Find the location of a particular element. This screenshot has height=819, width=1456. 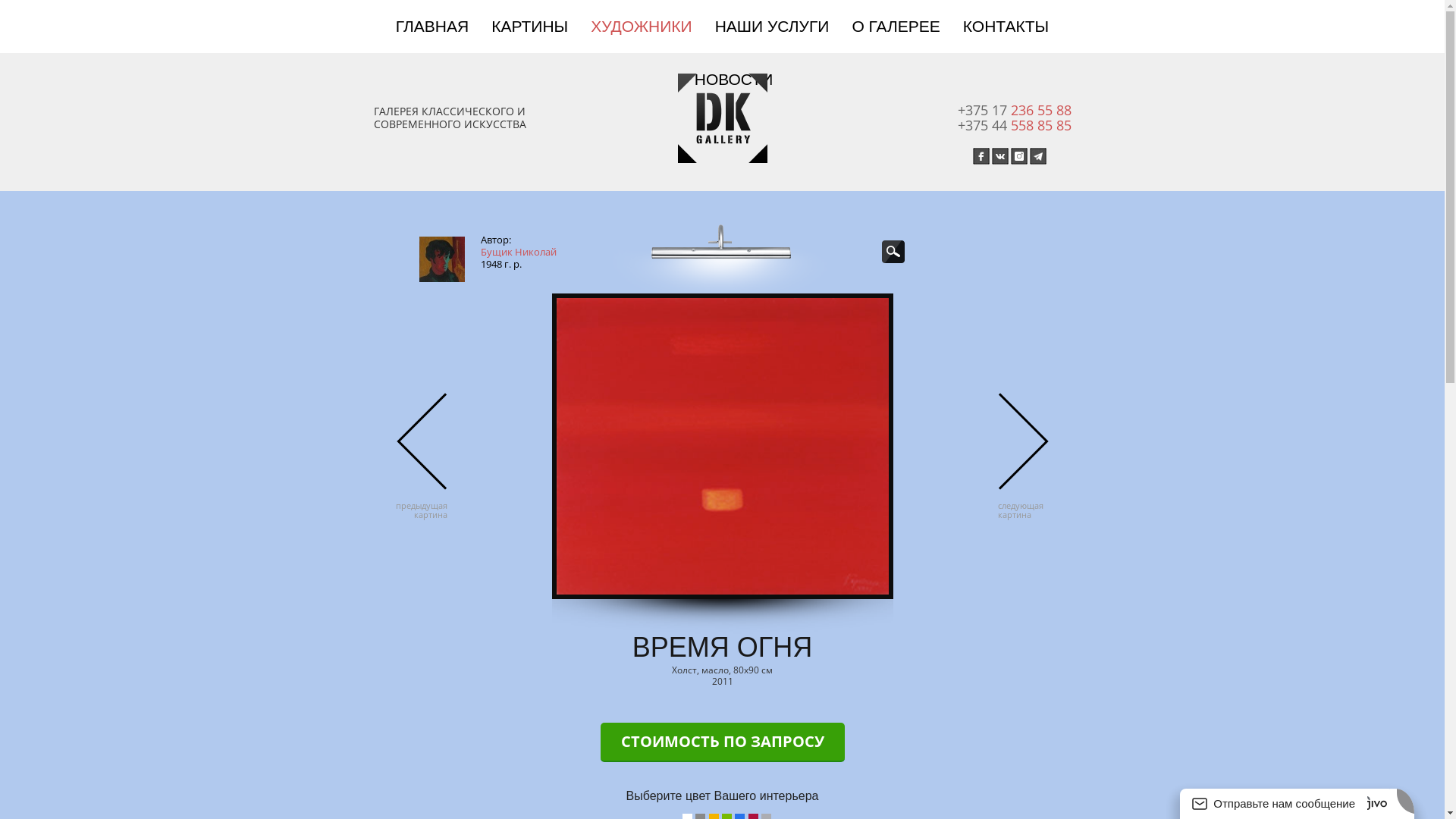

'+375 17 236 55 88' is located at coordinates (956, 109).